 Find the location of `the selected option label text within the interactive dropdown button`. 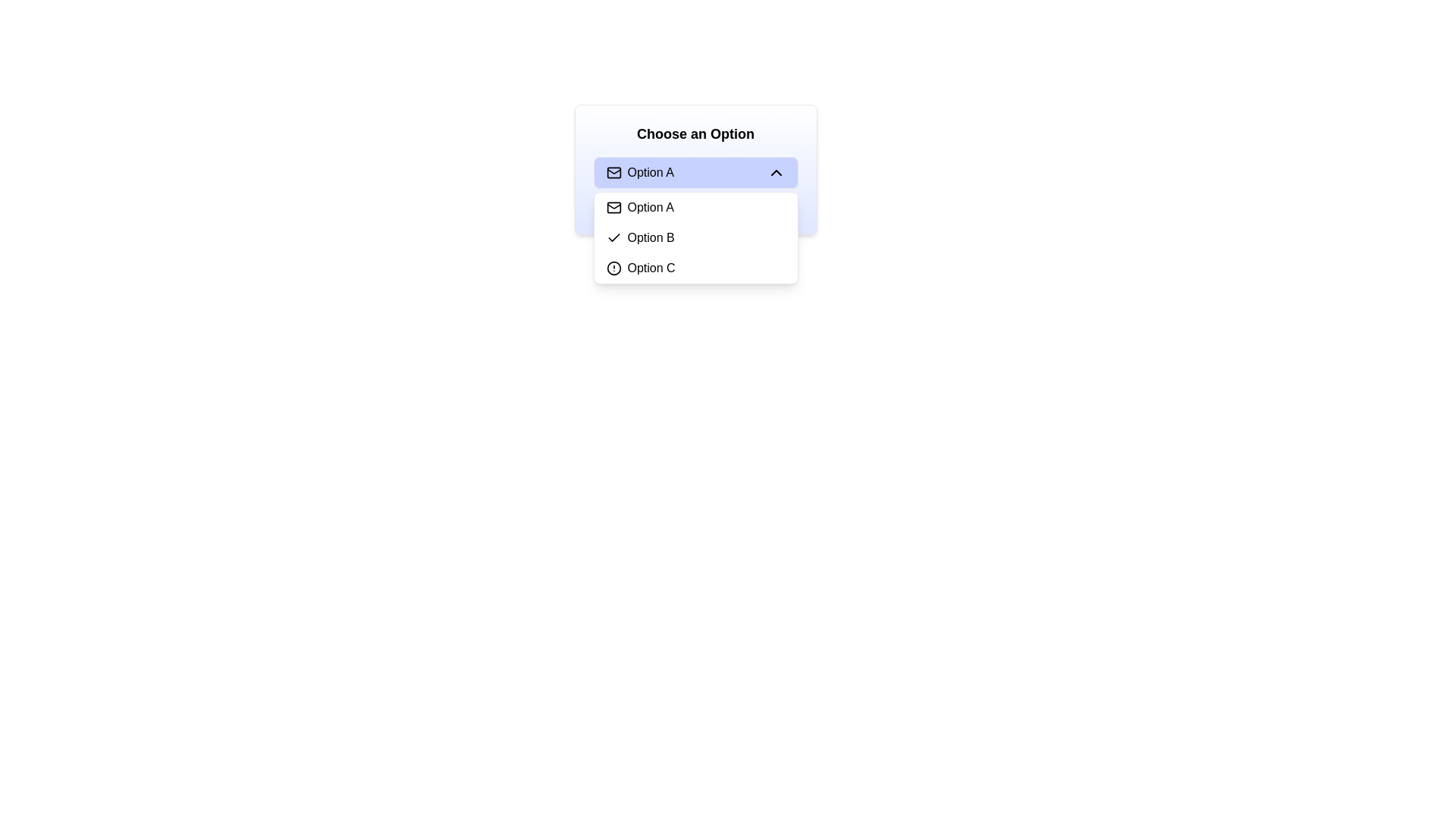

the selected option label text within the interactive dropdown button is located at coordinates (640, 171).